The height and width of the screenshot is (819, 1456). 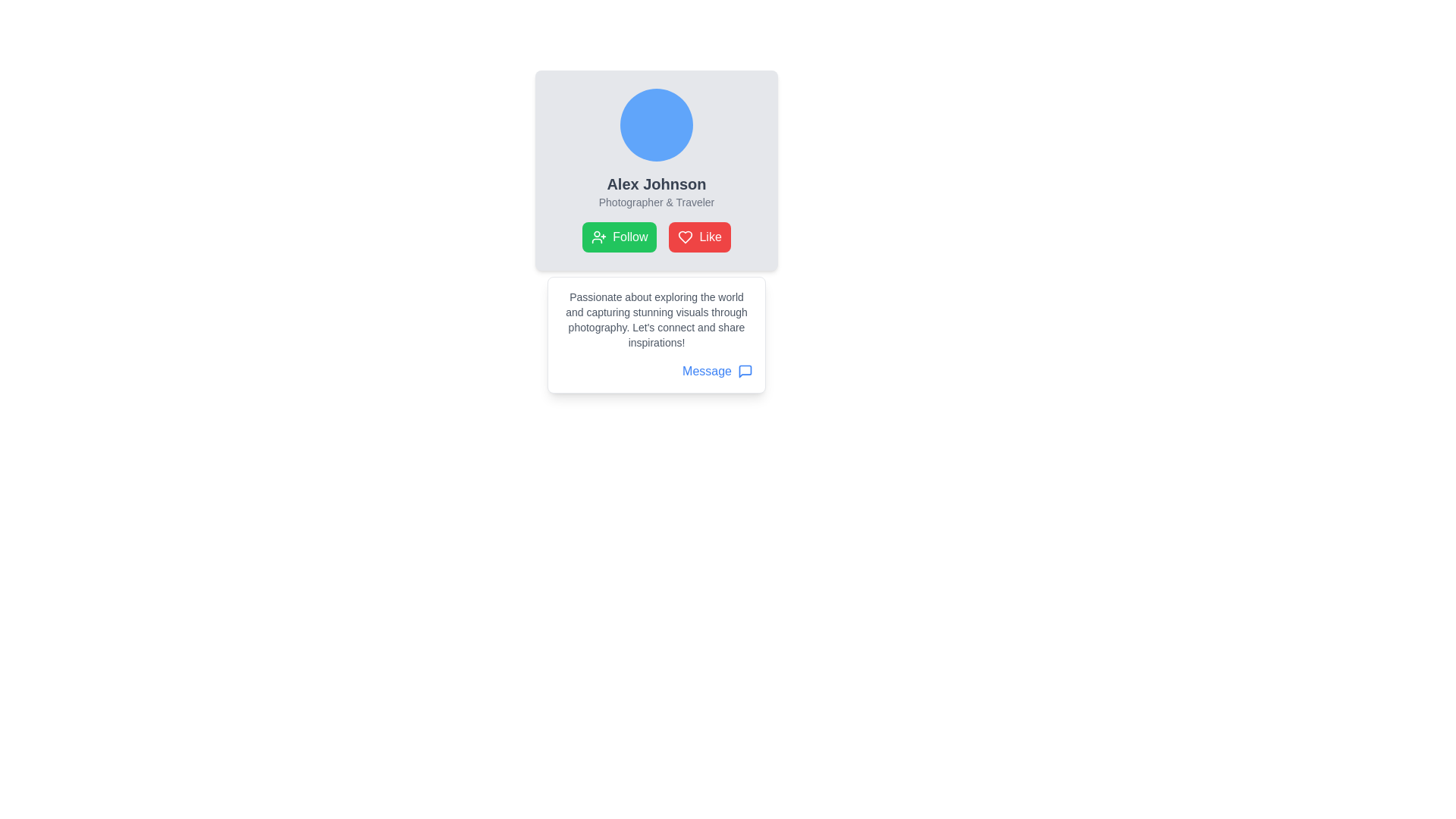 I want to click on the blue chat/message icon located at the bottom-right corner of the 'Message' text, so click(x=745, y=371).